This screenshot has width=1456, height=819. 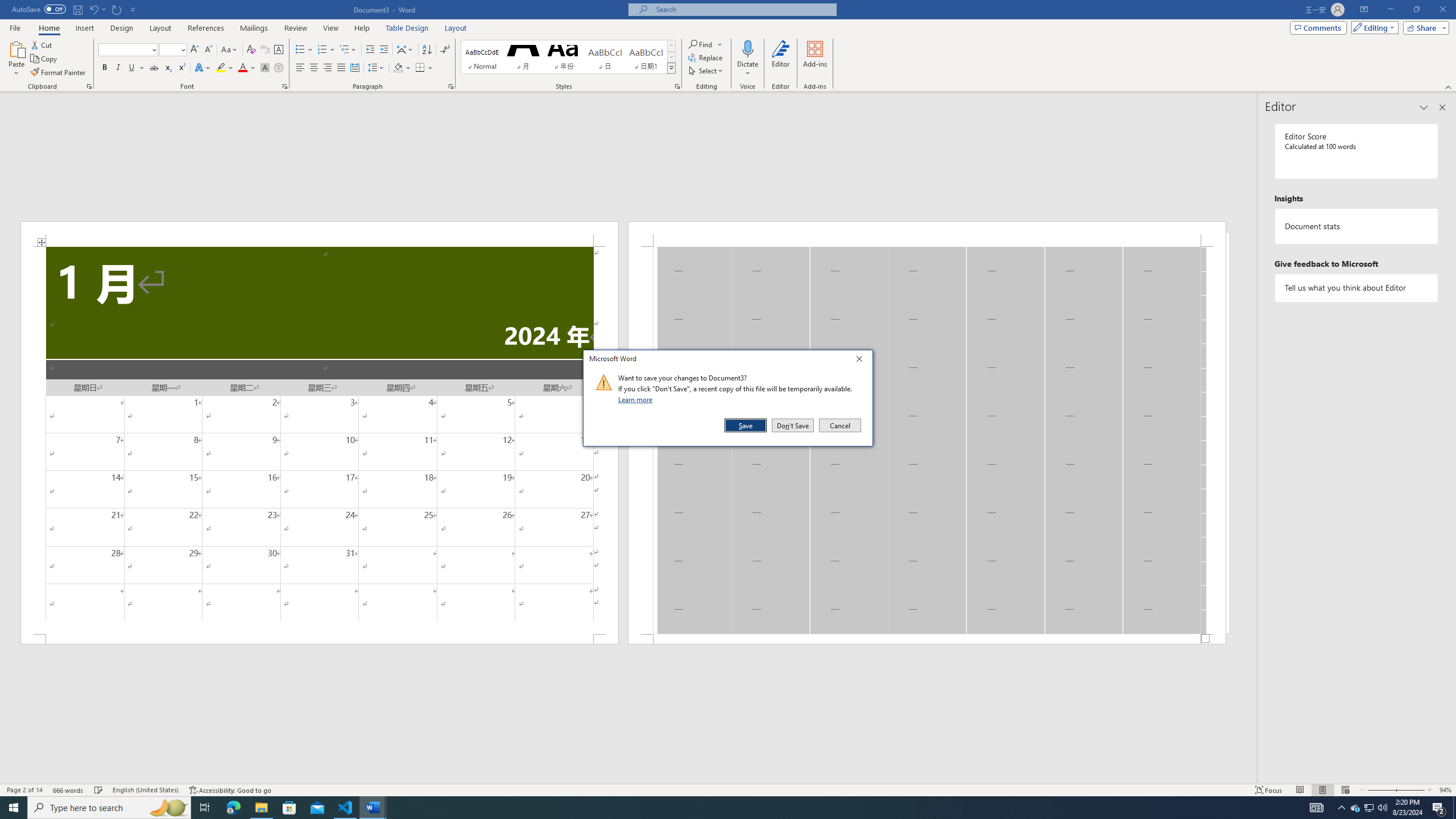 I want to click on 'Learn more', so click(x=637, y=399).